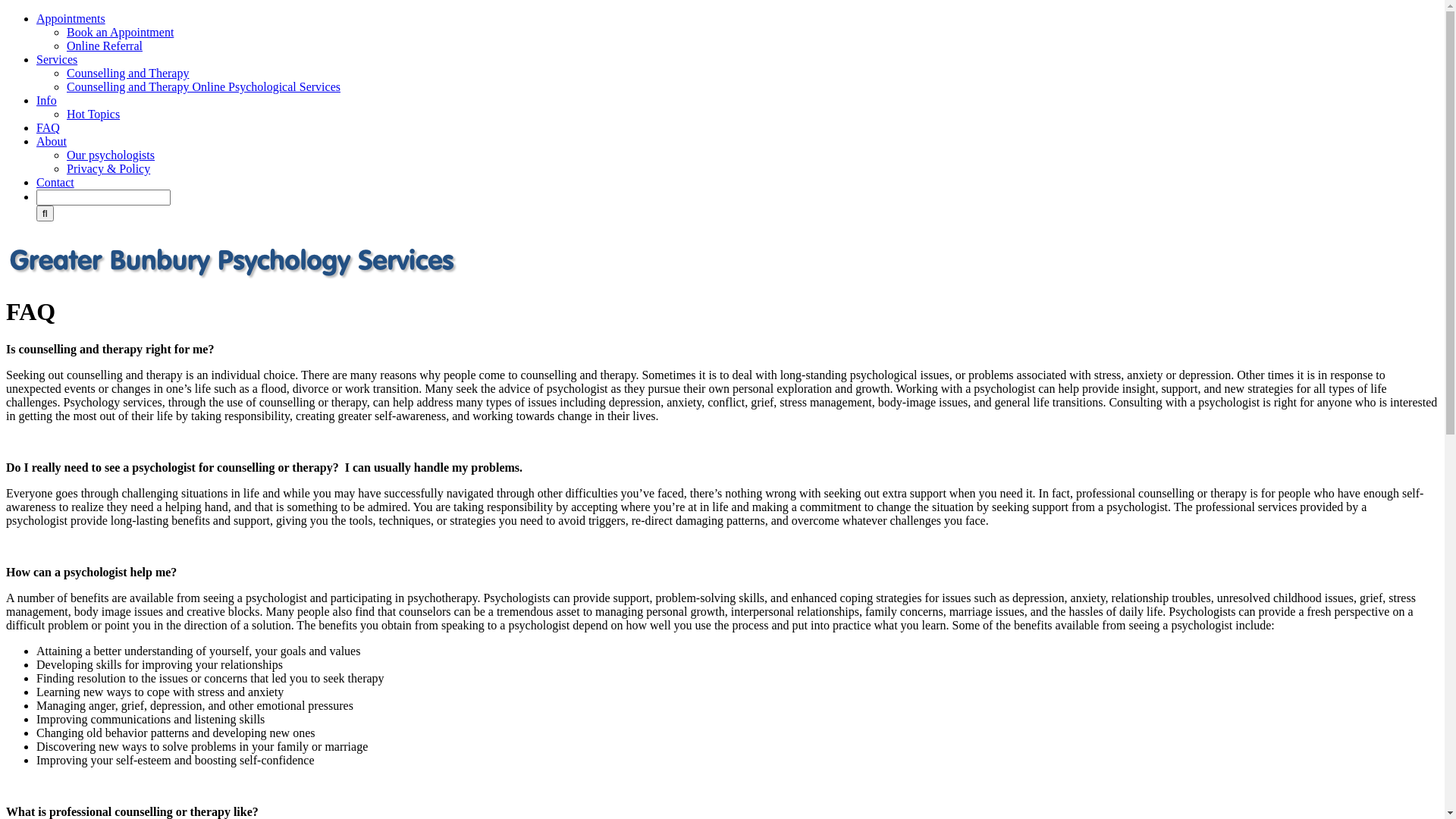  I want to click on 'Online Referral', so click(104, 45).